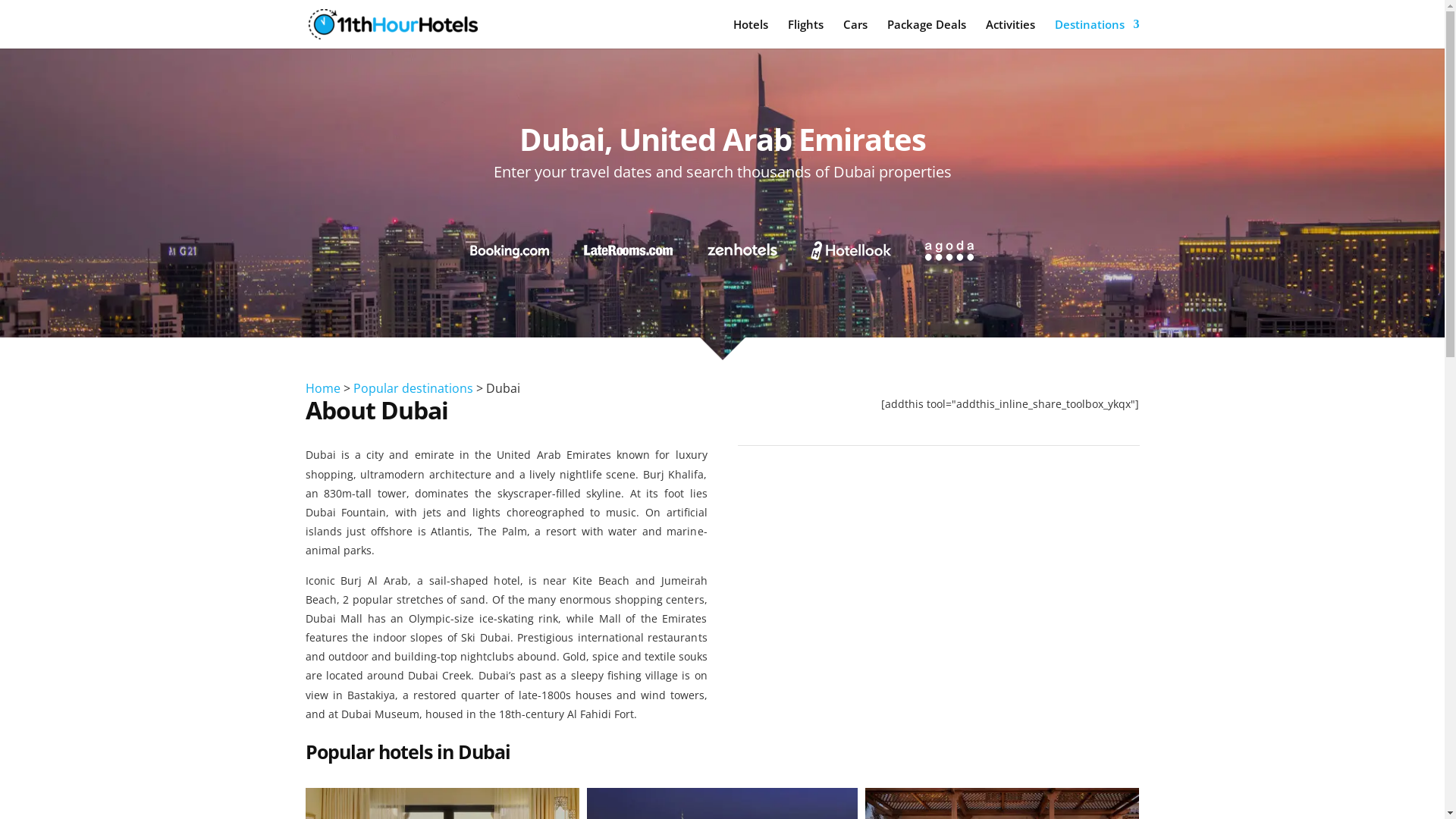  Describe the element at coordinates (732, 33) in the screenshot. I see `'Hotels'` at that location.